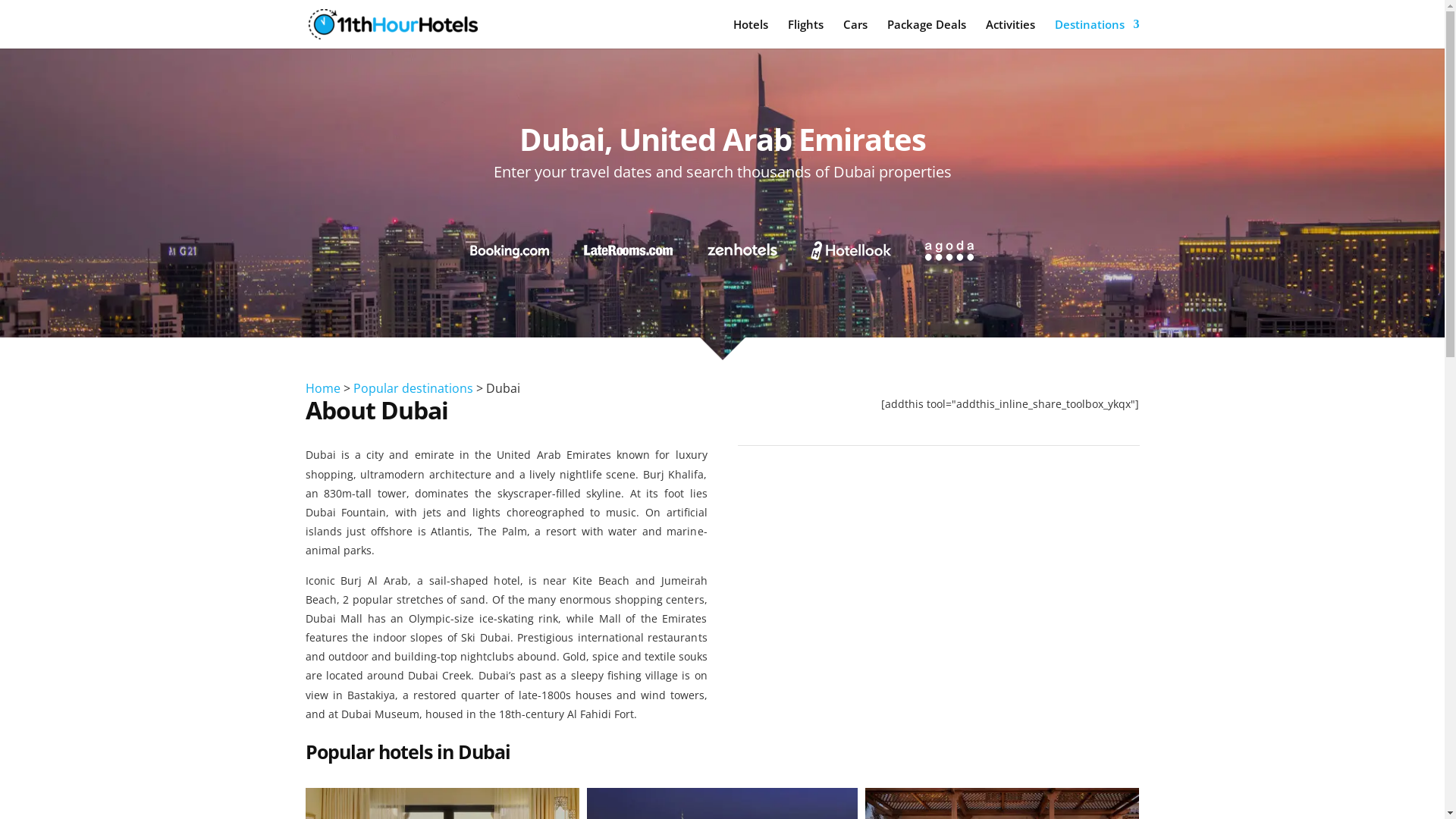  Describe the element at coordinates (732, 33) in the screenshot. I see `'Hotels'` at that location.